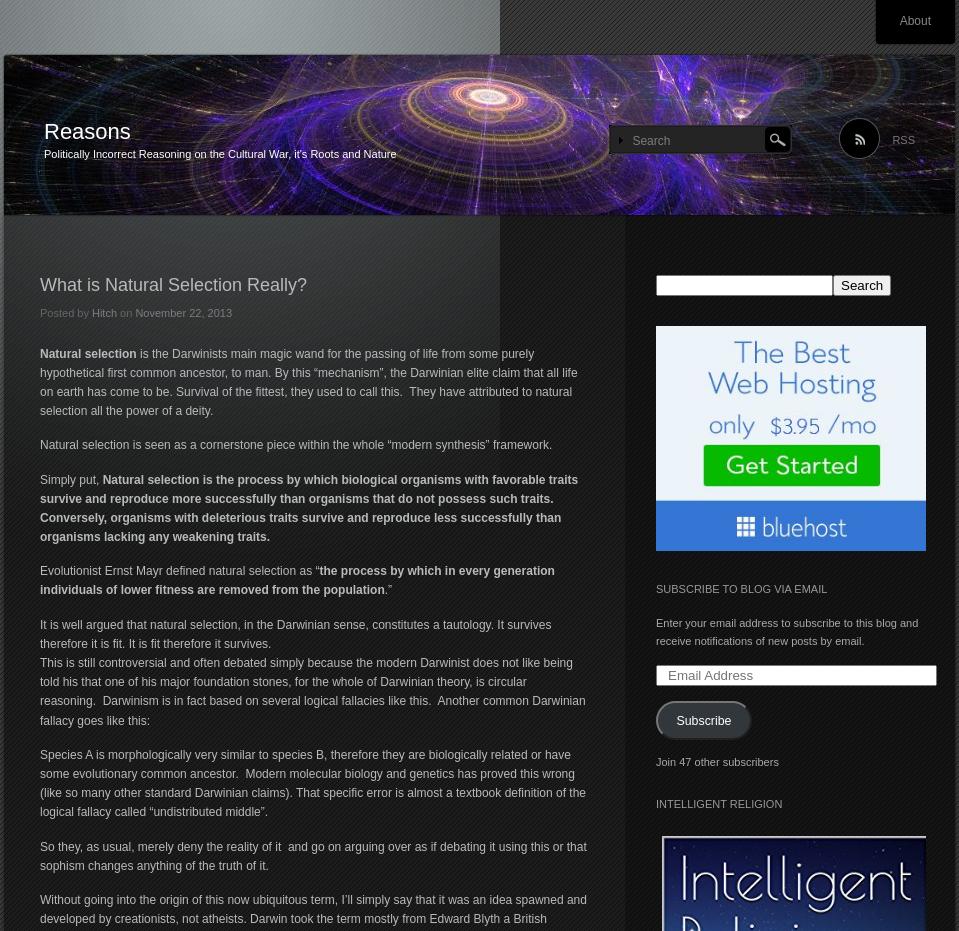 The image size is (959, 931). What do you see at coordinates (311, 690) in the screenshot?
I see `'This is still controversial and often debated simply because the modern Darwinist does not like being told his that one of his major foundation stones, for the whole of Darwinian theory, is circular reasoning.  Darwinism is in fact based on several logical fallacies like this.  Another common Darwinian fallacy goes like this:'` at bounding box center [311, 690].